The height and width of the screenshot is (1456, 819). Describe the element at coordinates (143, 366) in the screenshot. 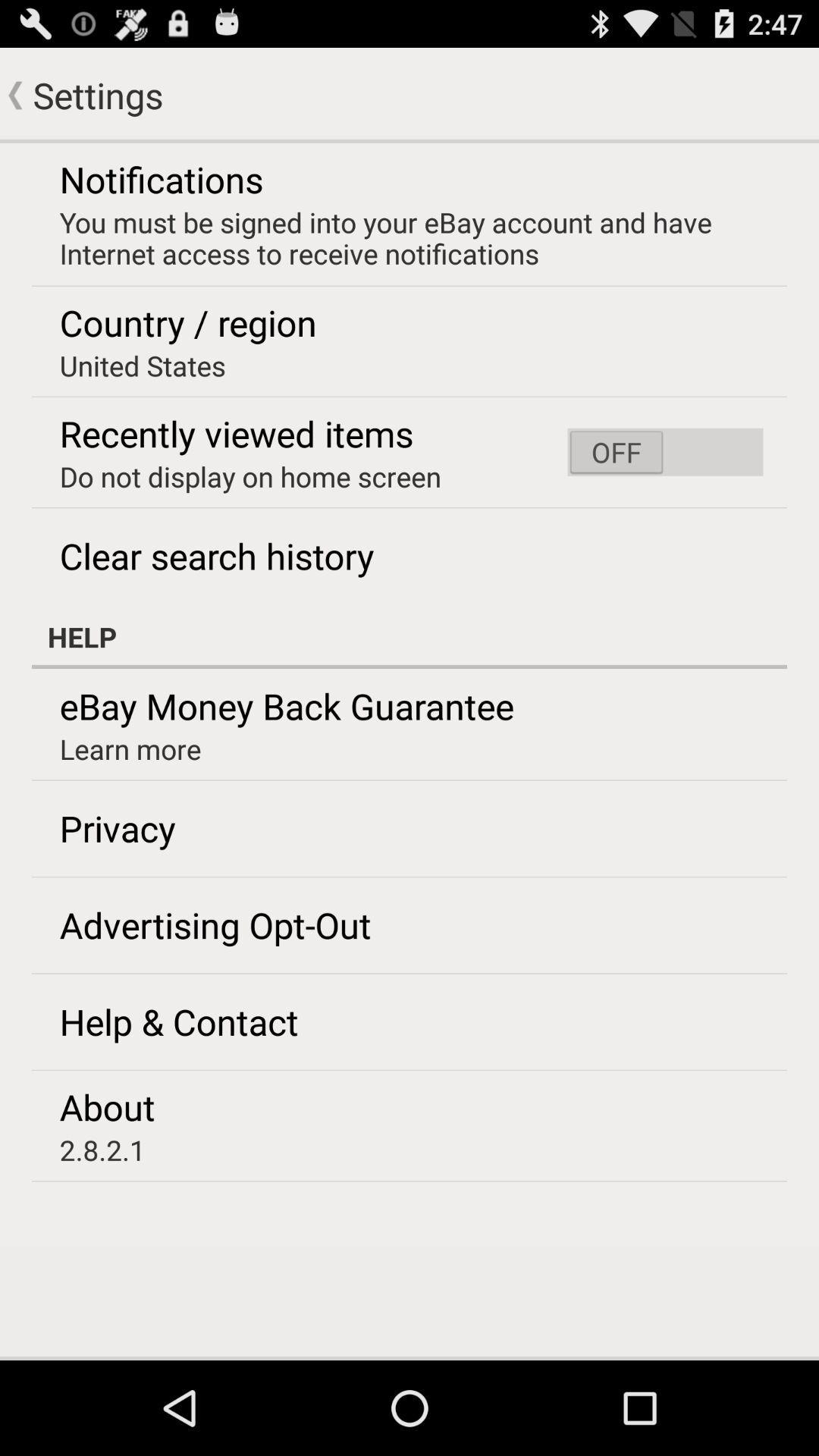

I see `the icon below country / region app` at that location.